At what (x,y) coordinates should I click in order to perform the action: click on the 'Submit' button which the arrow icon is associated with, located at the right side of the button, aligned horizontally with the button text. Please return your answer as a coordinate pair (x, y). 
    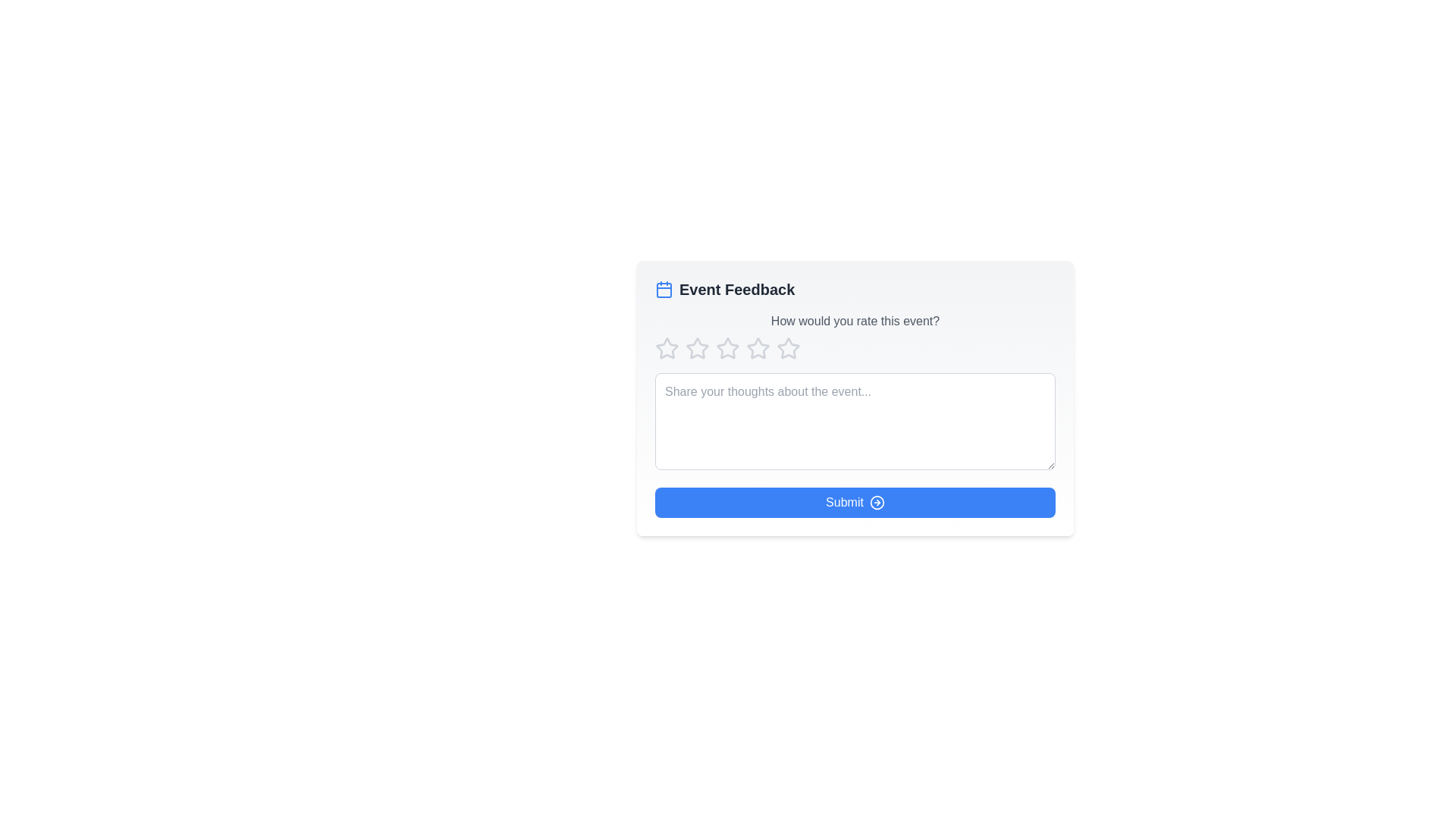
    Looking at the image, I should click on (877, 503).